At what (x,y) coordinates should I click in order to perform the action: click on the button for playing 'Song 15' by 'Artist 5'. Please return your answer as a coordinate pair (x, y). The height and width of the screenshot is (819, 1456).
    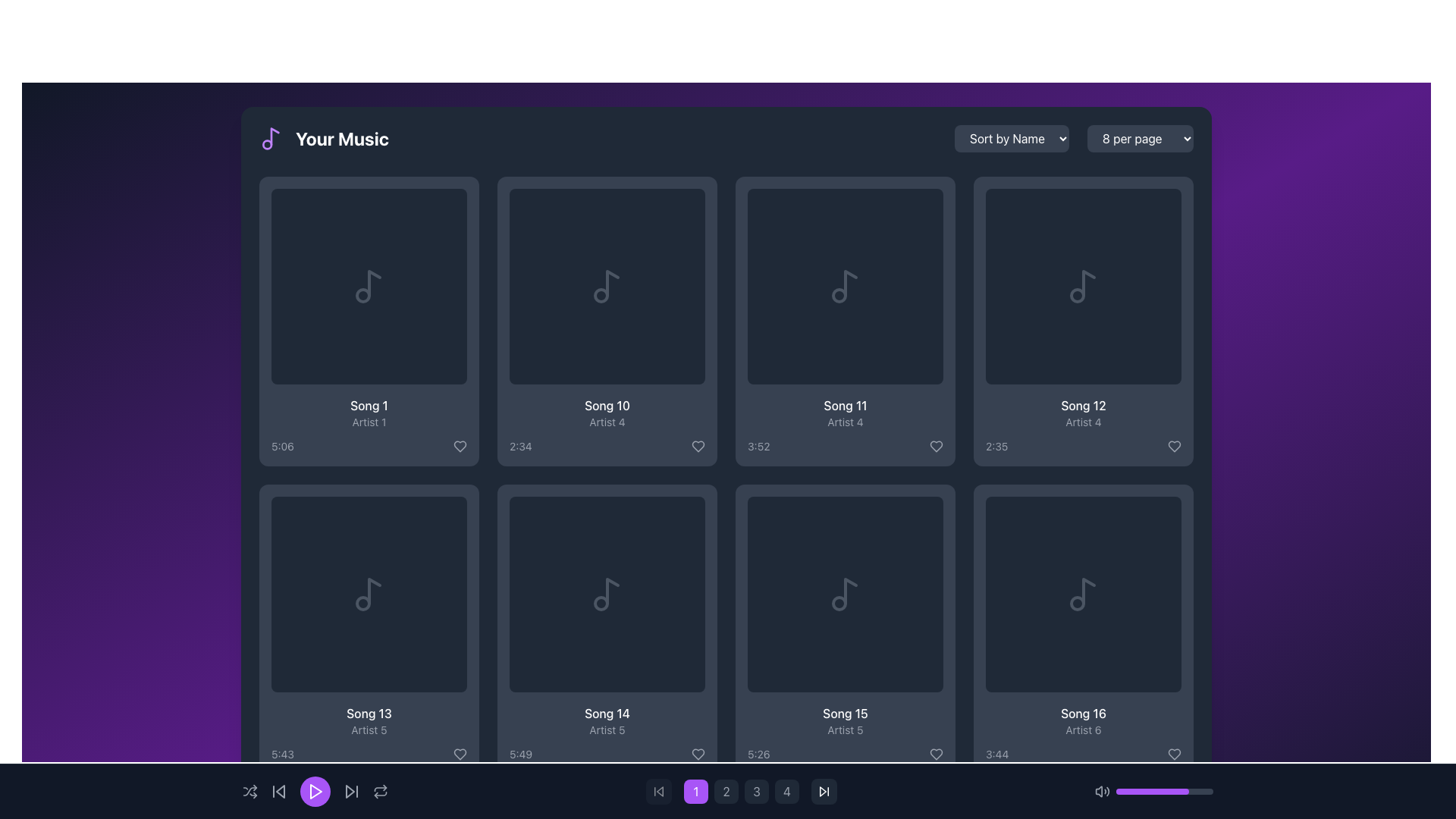
    Looking at the image, I should click on (844, 593).